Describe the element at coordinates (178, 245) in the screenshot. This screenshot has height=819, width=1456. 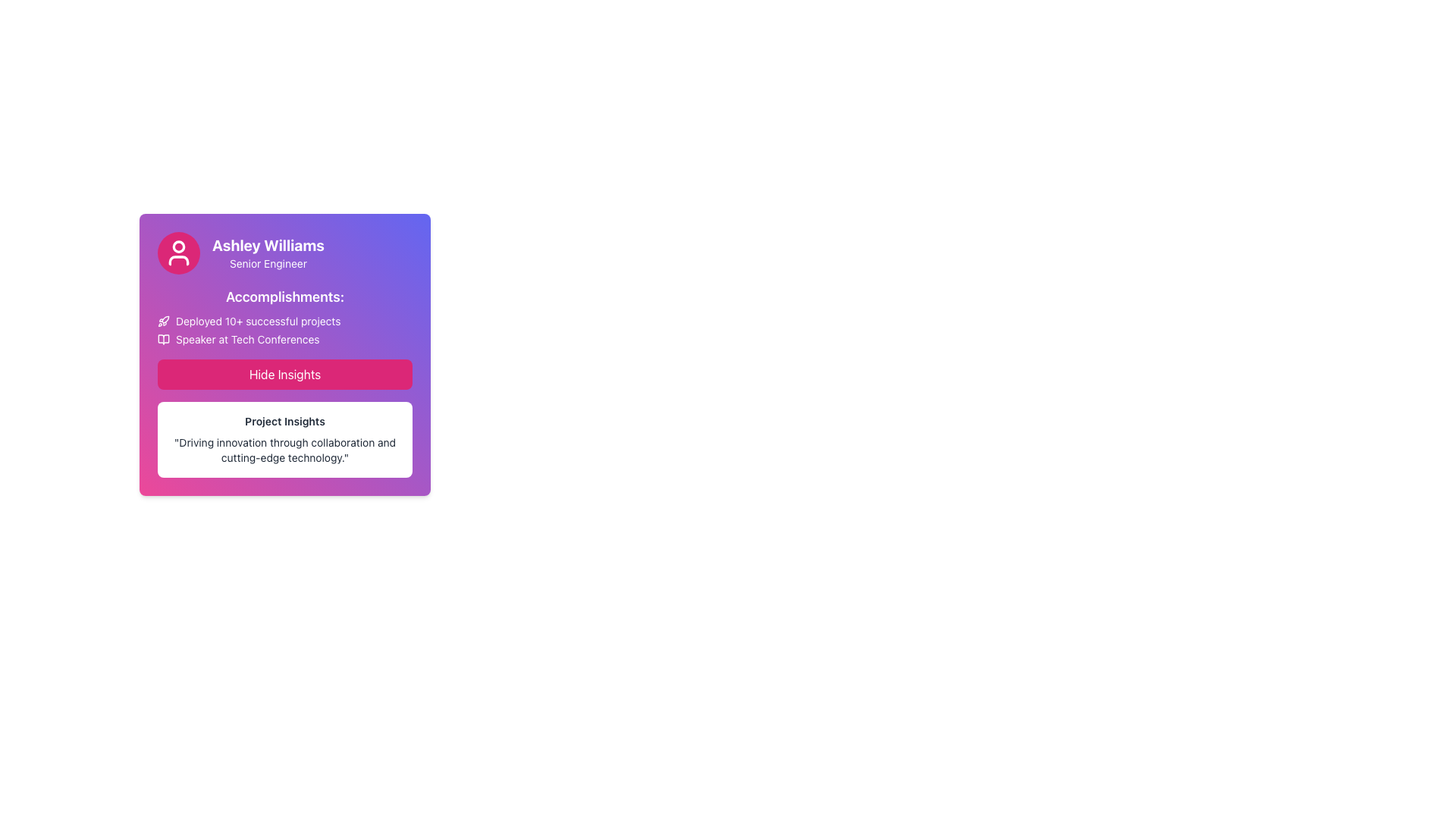
I see `the decorative circular icon with a pink background located at the upper section of the user profile picture card` at that location.